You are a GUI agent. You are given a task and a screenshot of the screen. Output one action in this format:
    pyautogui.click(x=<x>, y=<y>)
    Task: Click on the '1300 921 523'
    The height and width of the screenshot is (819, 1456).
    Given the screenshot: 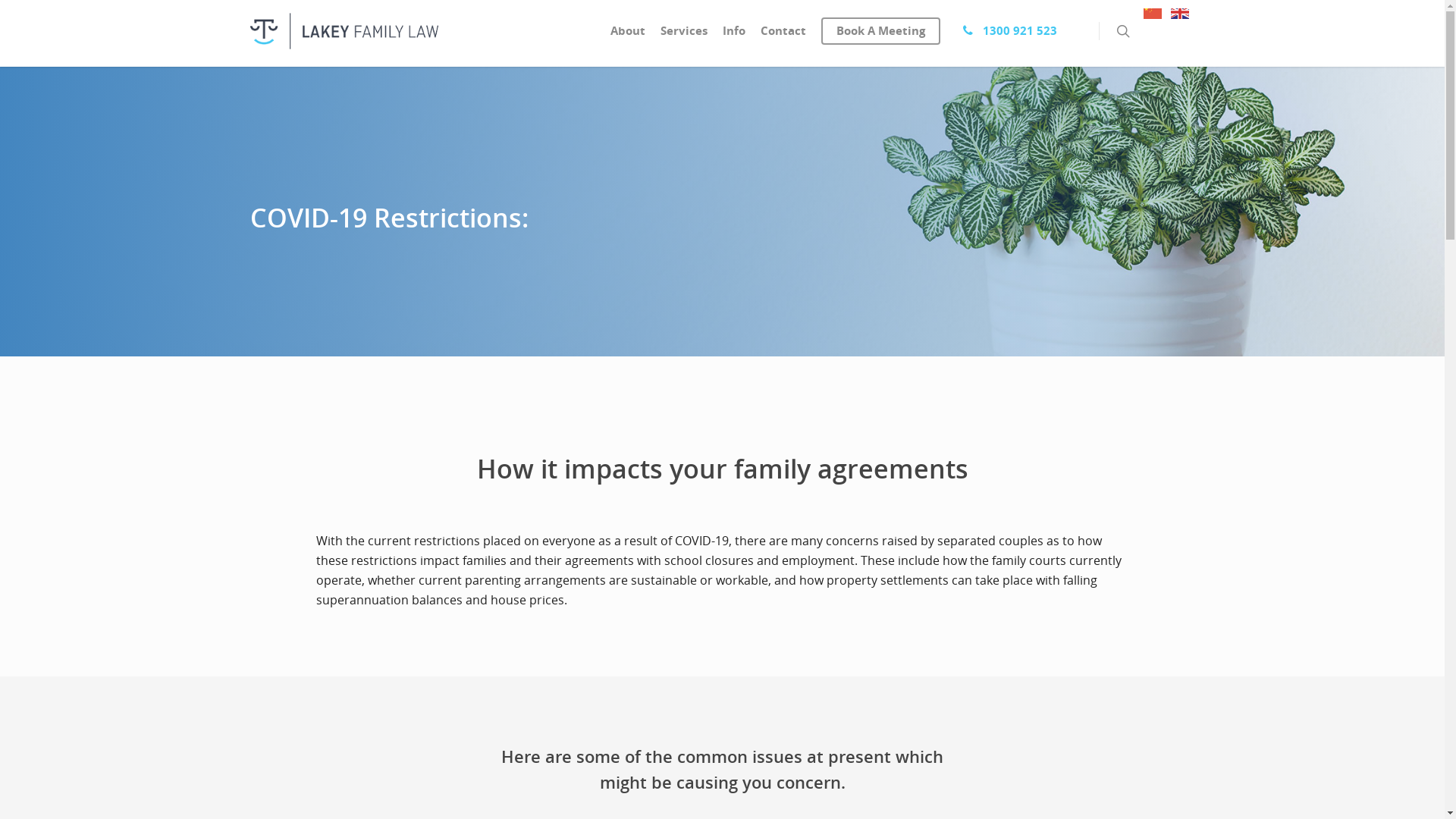 What is the action you would take?
    pyautogui.click(x=954, y=35)
    